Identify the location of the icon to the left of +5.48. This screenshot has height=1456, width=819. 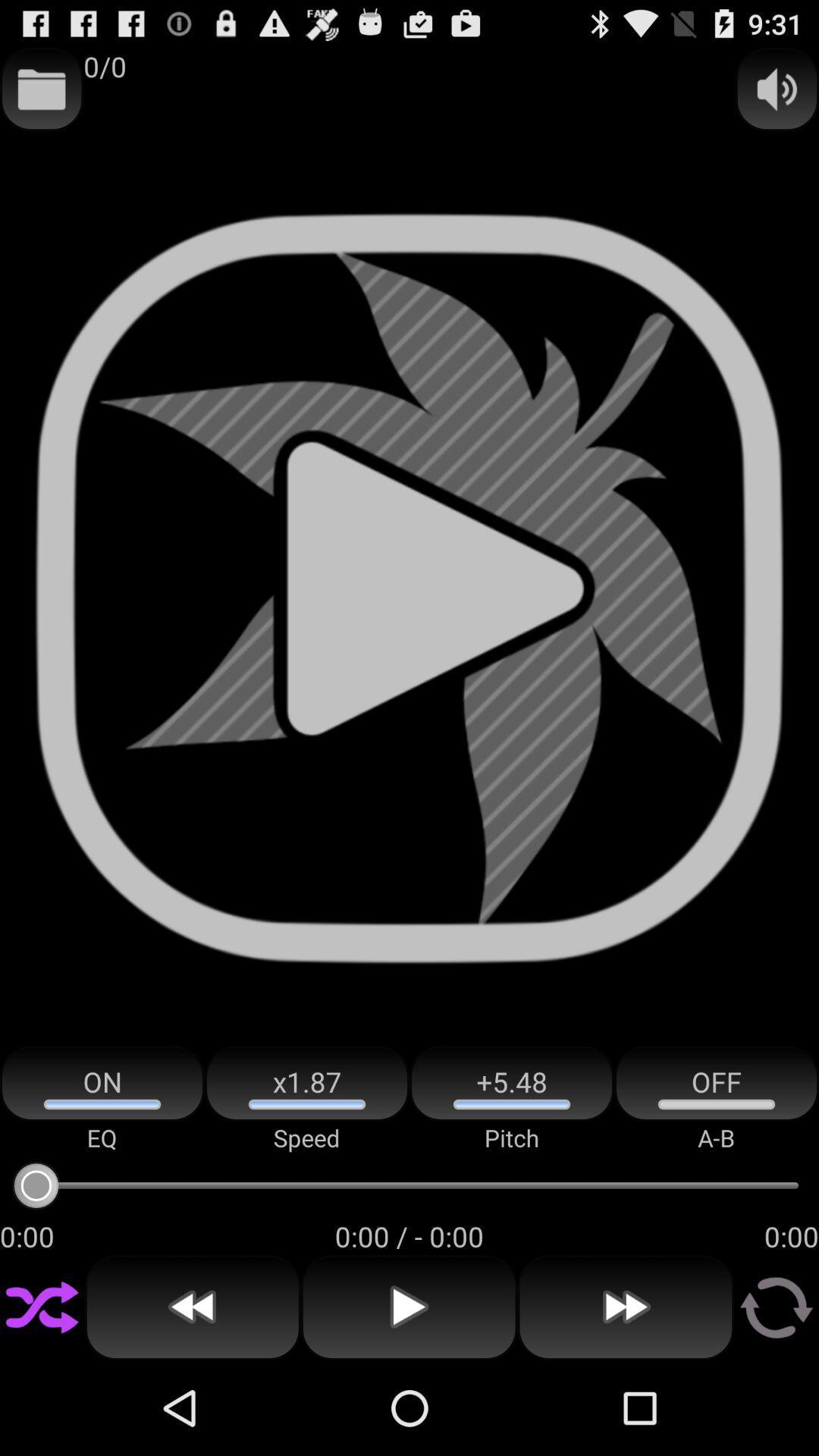
(307, 1083).